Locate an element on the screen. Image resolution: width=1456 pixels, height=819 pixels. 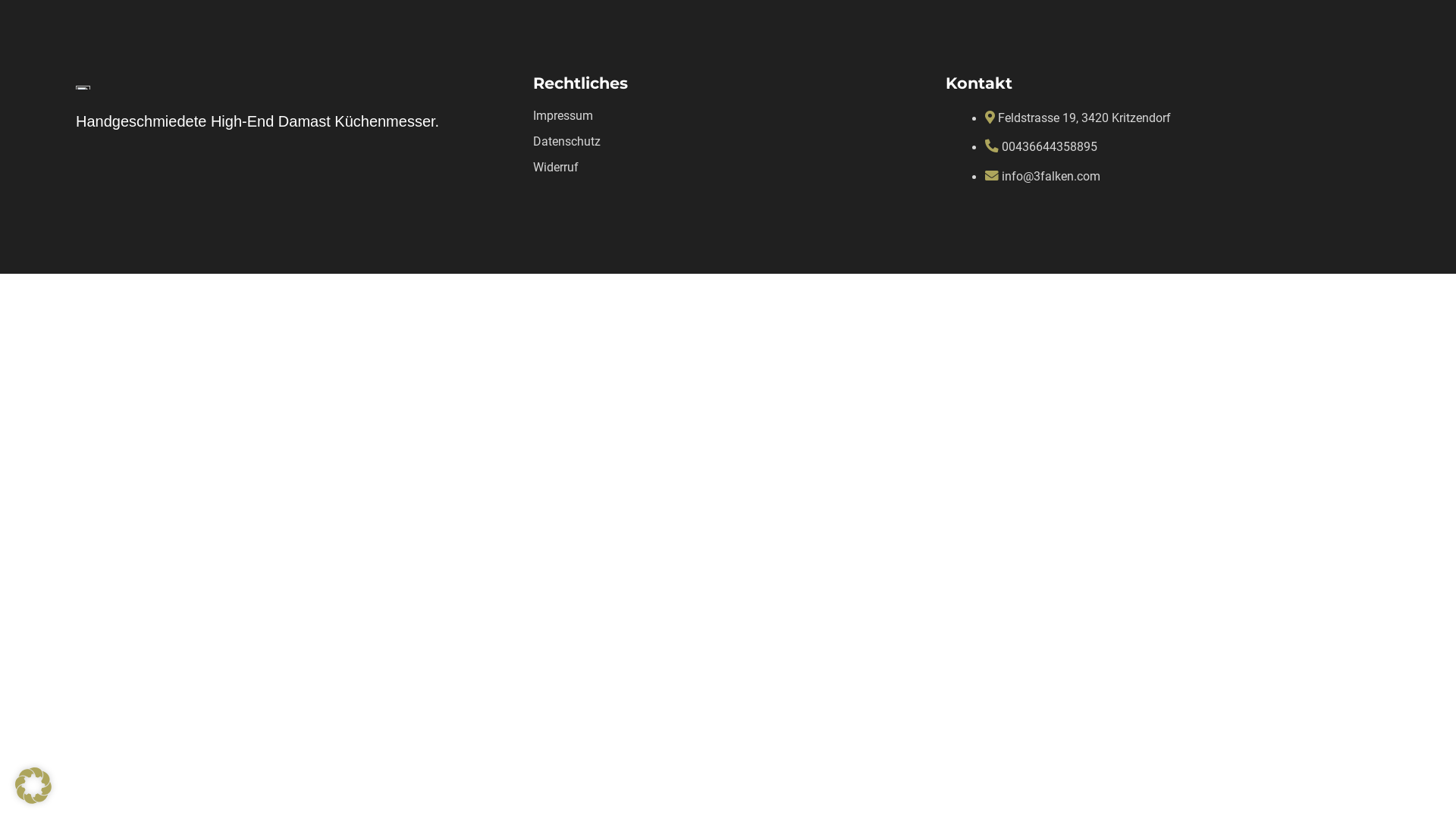
'Impressum' is located at coordinates (562, 115).